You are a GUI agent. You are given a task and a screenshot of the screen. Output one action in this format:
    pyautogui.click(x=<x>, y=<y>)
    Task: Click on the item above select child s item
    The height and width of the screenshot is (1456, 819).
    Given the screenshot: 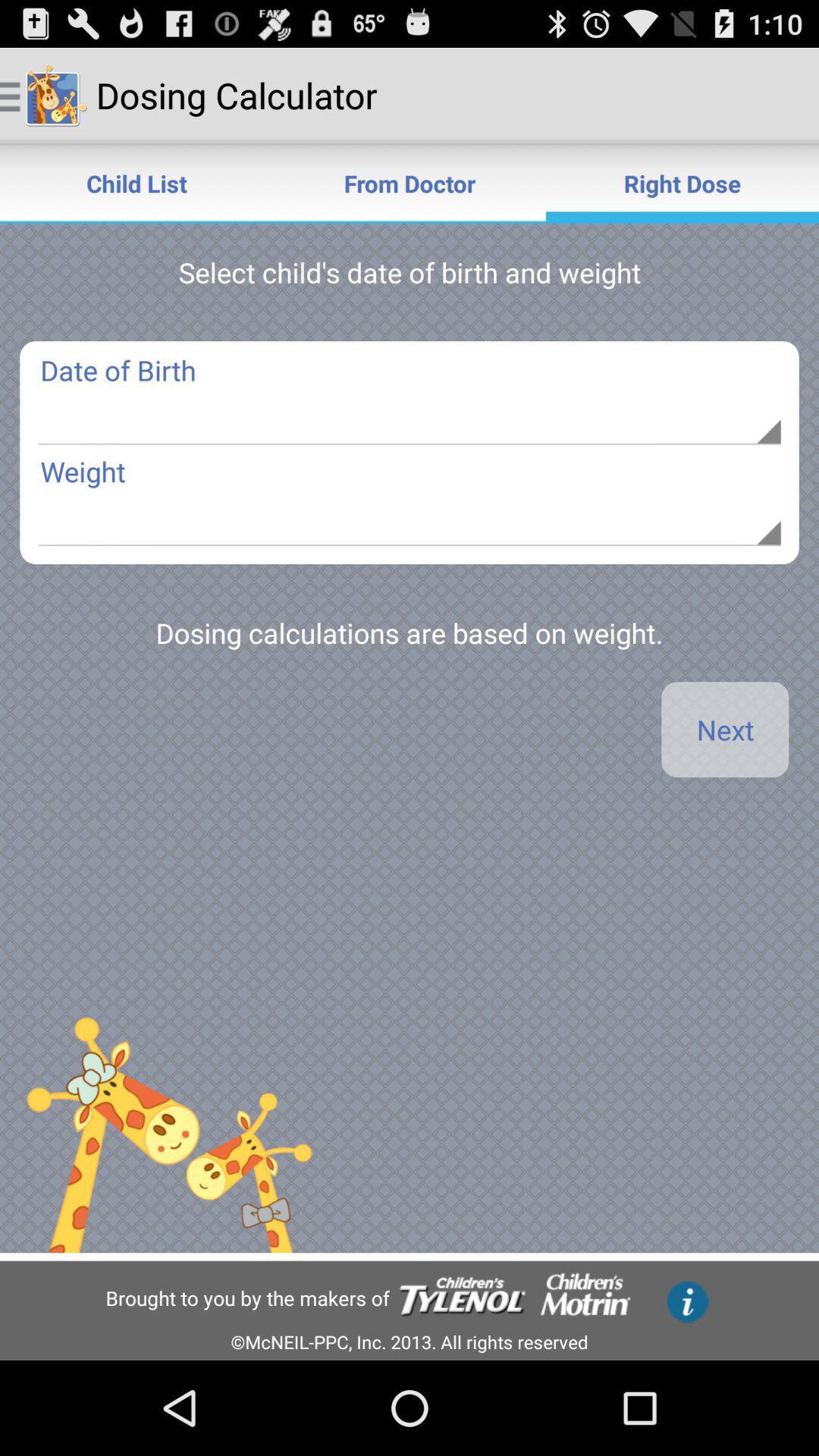 What is the action you would take?
    pyautogui.click(x=409, y=182)
    